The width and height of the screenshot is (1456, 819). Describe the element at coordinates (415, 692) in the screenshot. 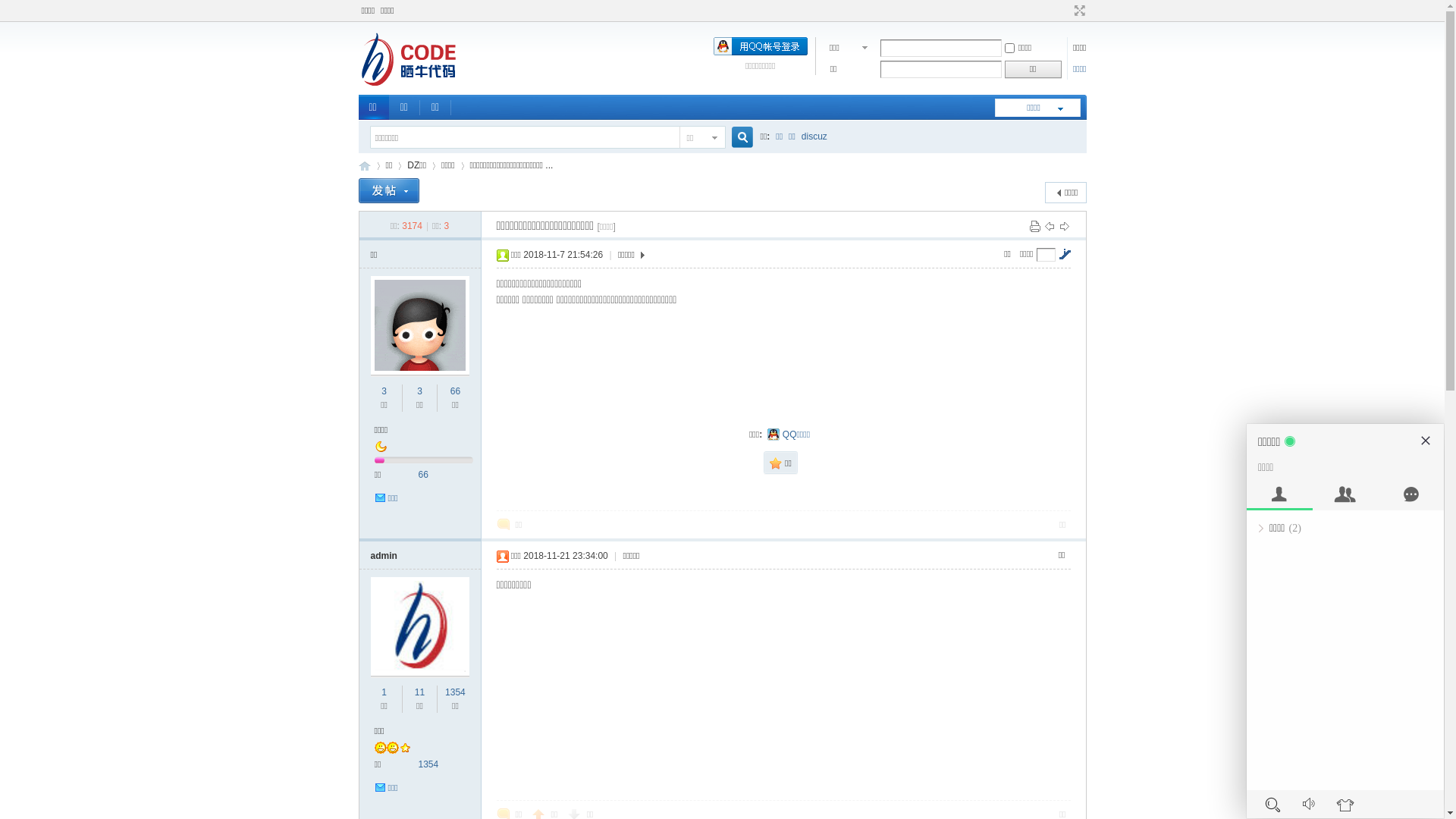

I see `'11'` at that location.